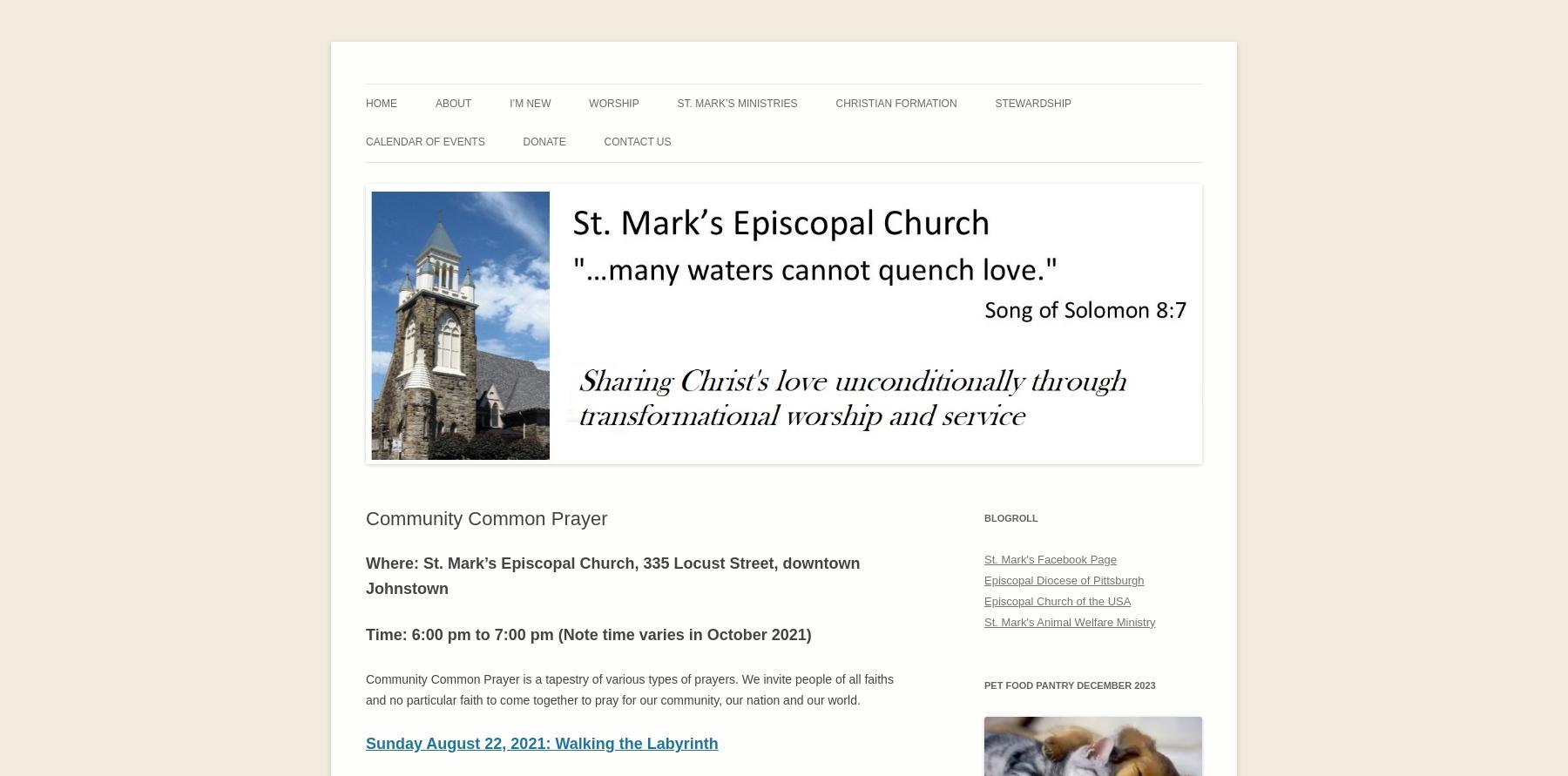 This screenshot has width=1568, height=776. I want to click on 'Community Common Prayer is a tapestry of various types of prayers. We invite people of all faiths and no particular faith to come together to pray for our community, our nation and our world.', so click(365, 689).